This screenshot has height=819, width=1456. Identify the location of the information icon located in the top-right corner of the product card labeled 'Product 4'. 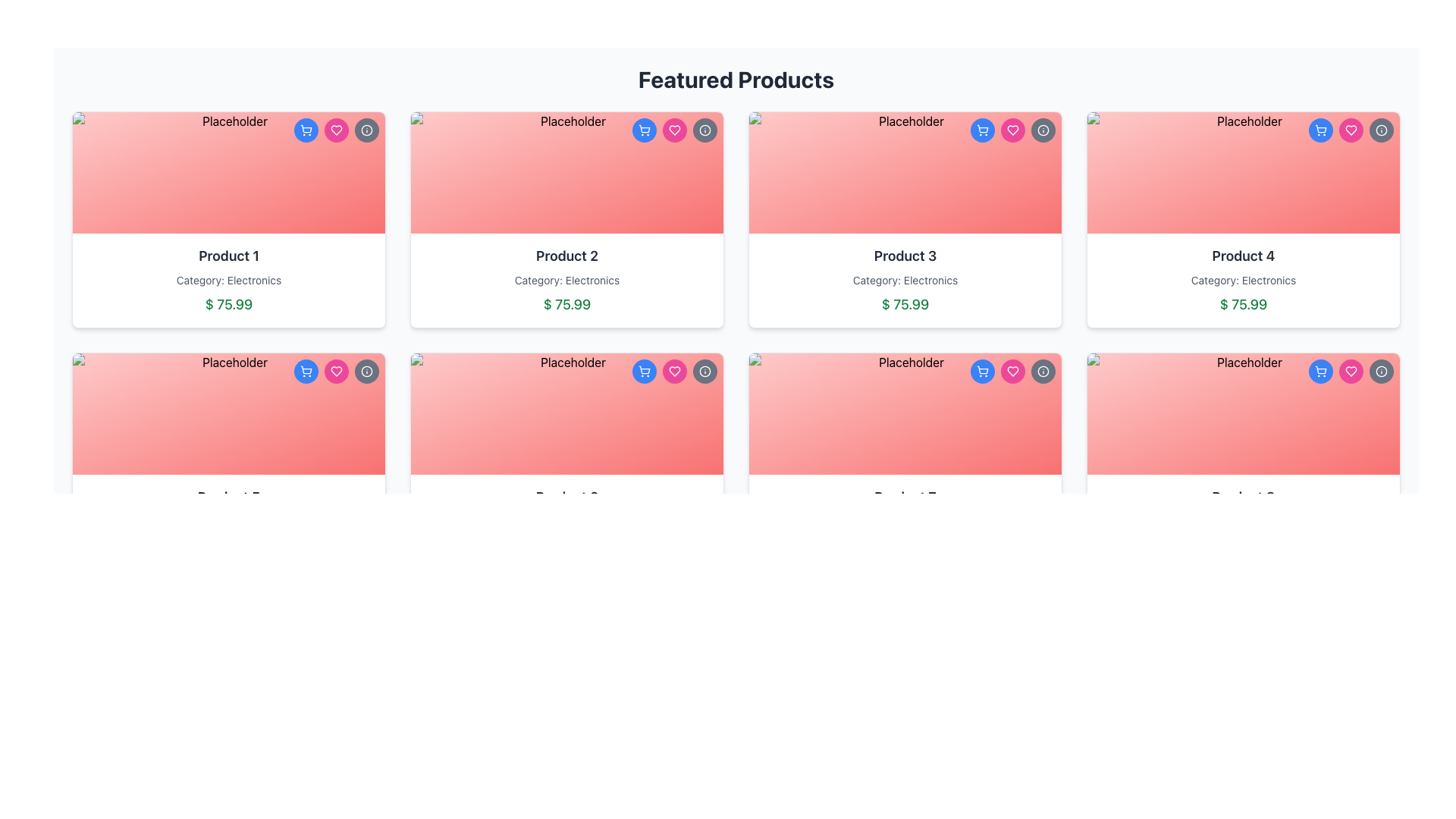
(1382, 371).